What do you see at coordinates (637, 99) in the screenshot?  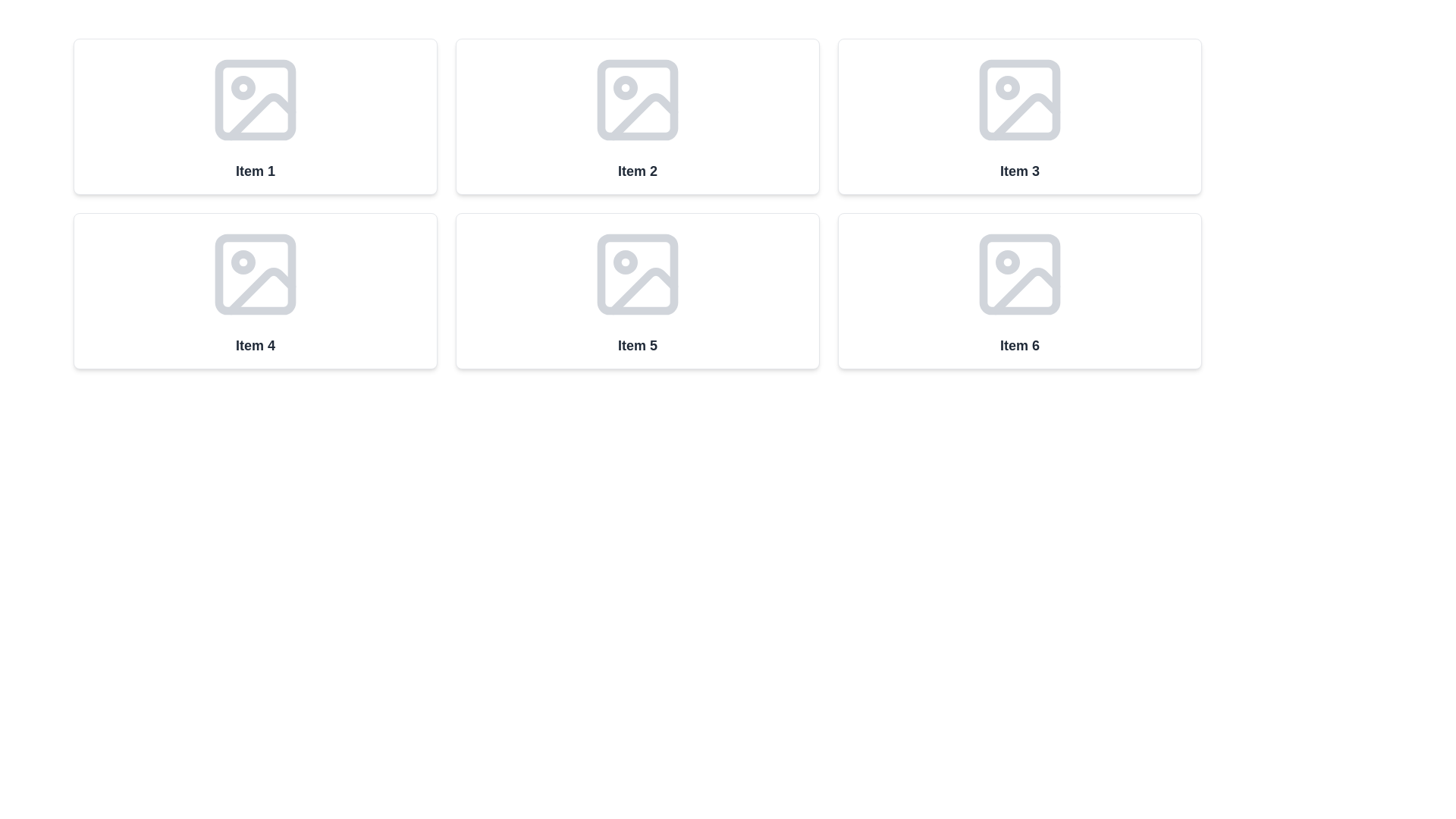 I see `the placeholder icon for the image located in the upper center part of the 'Item 2' card in the grid layout` at bounding box center [637, 99].